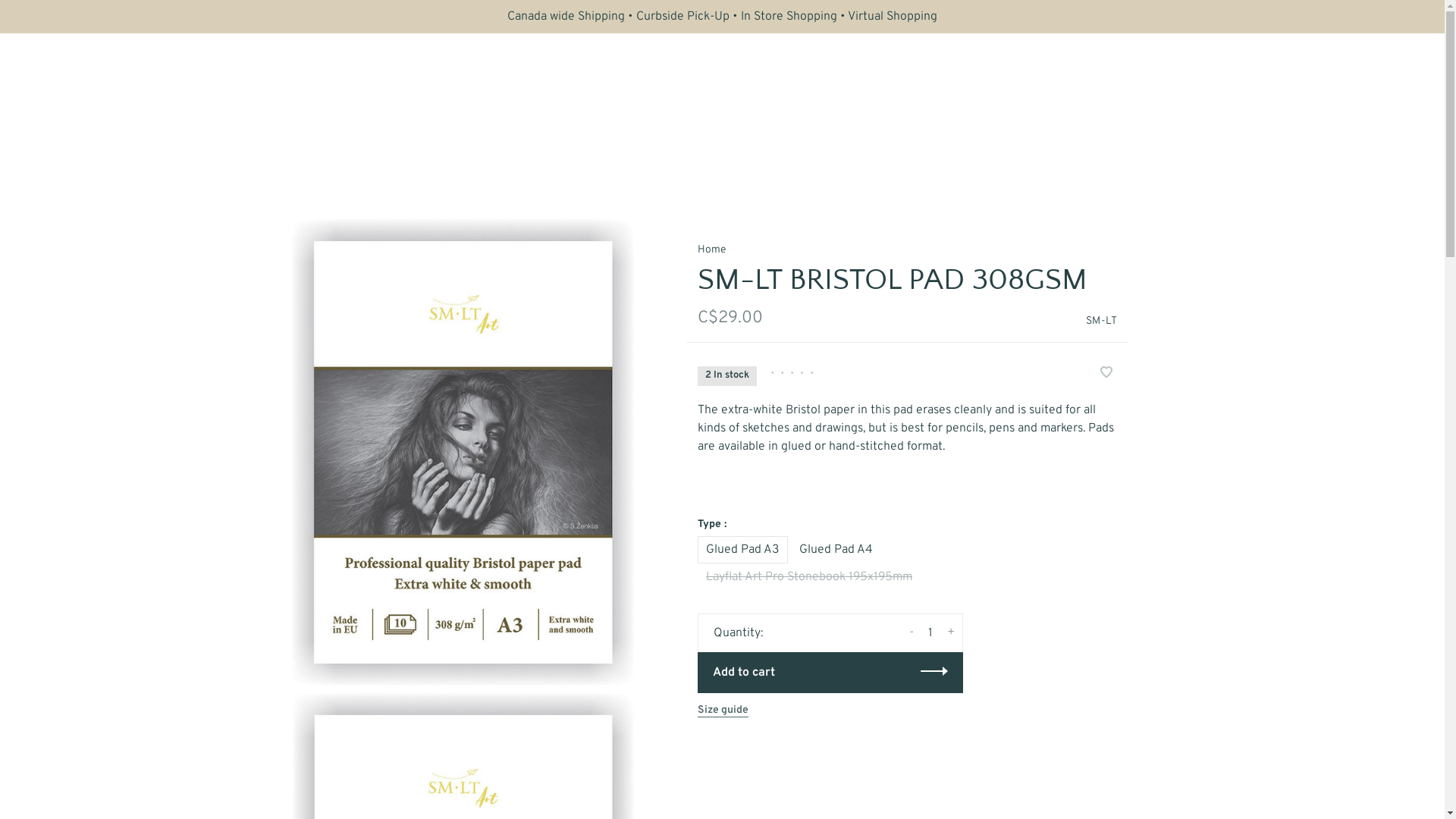 The width and height of the screenshot is (1456, 819). I want to click on 'Glued Pad A3', so click(742, 549).